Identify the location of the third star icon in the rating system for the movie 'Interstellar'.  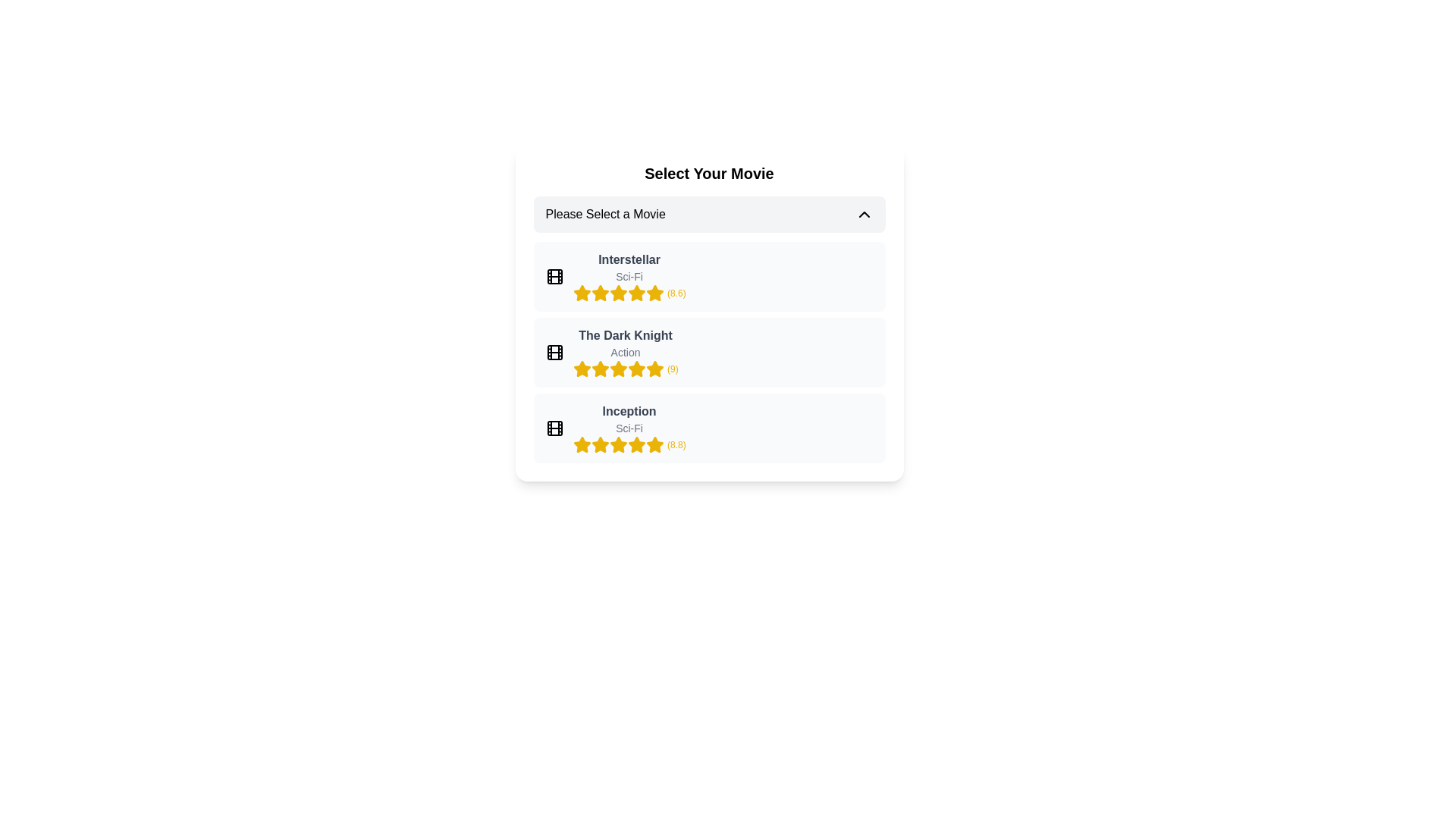
(654, 293).